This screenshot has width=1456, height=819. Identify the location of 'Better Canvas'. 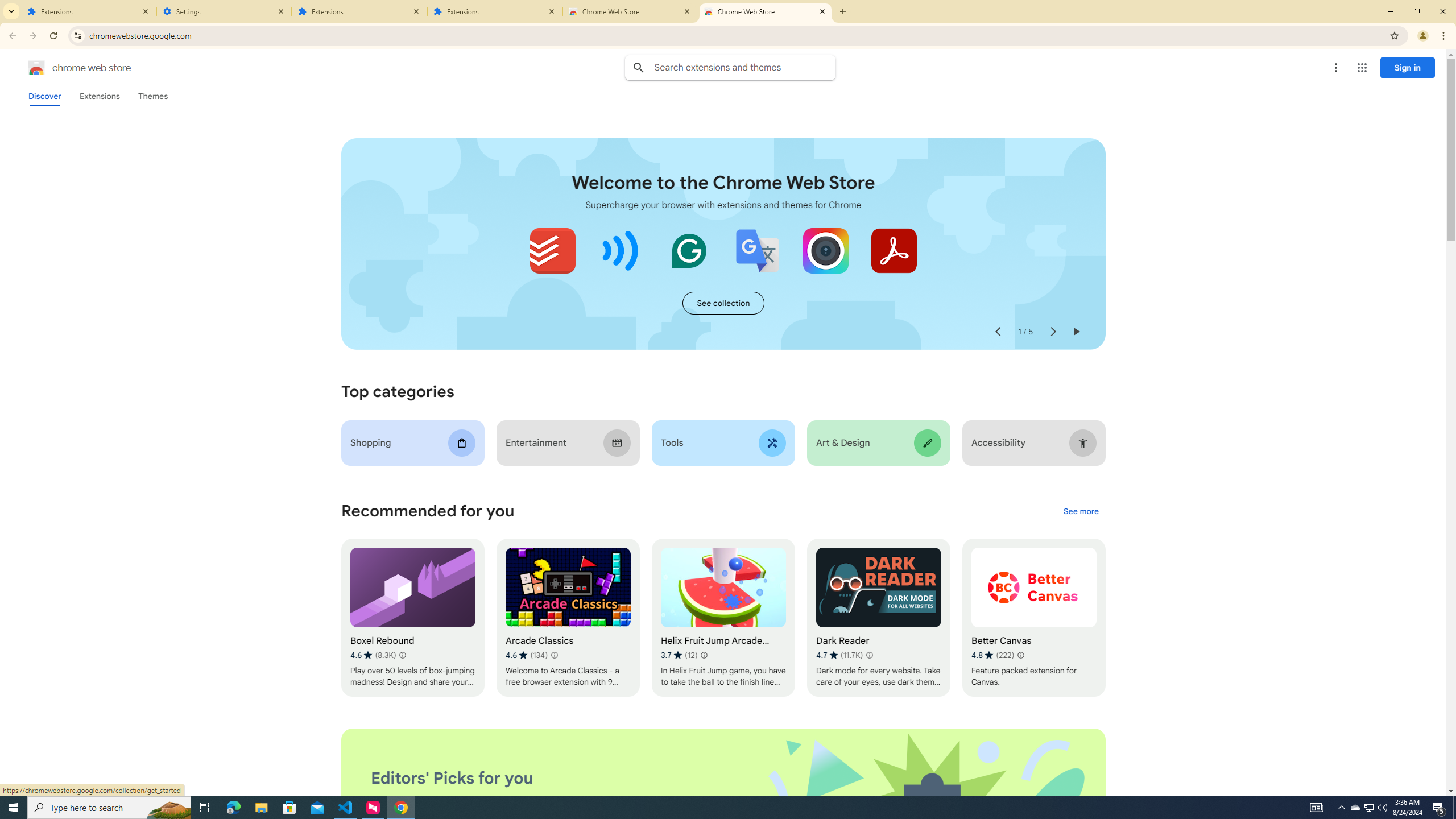
(1033, 617).